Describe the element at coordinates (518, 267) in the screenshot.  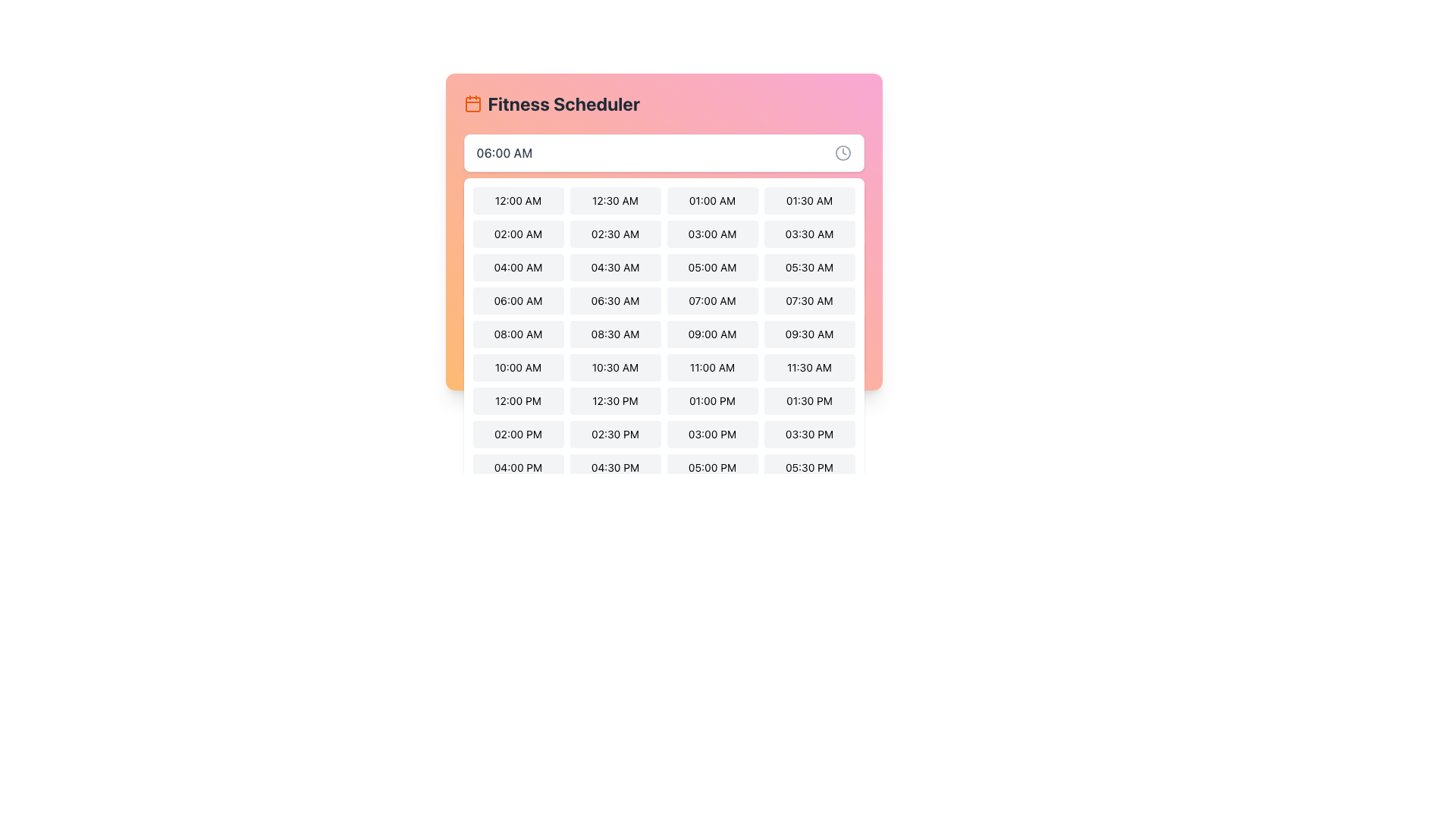
I see `the selectable time slot button located in the first column of the third row in the scheduling interface` at that location.